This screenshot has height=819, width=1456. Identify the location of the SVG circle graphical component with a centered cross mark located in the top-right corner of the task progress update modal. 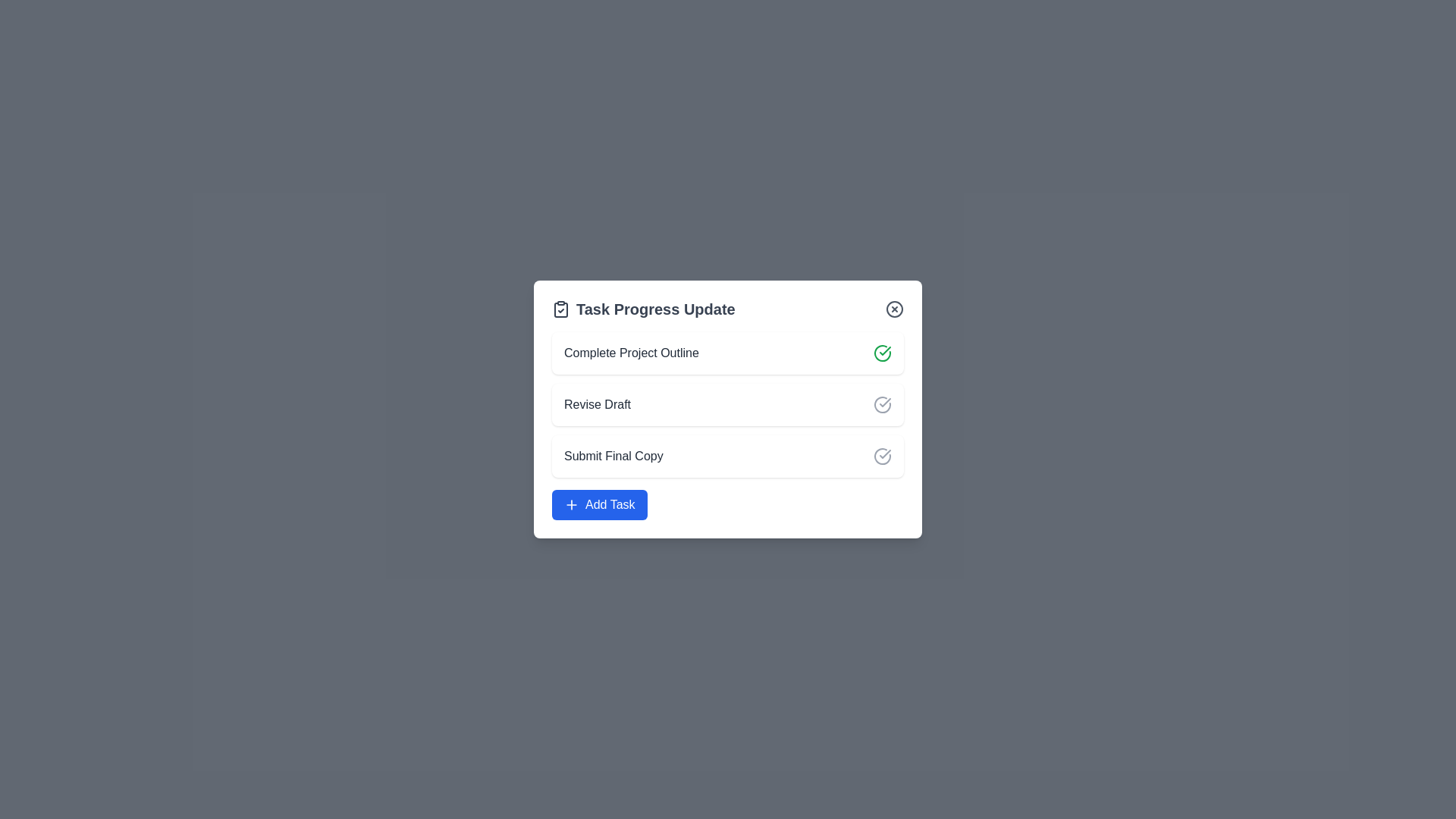
(895, 309).